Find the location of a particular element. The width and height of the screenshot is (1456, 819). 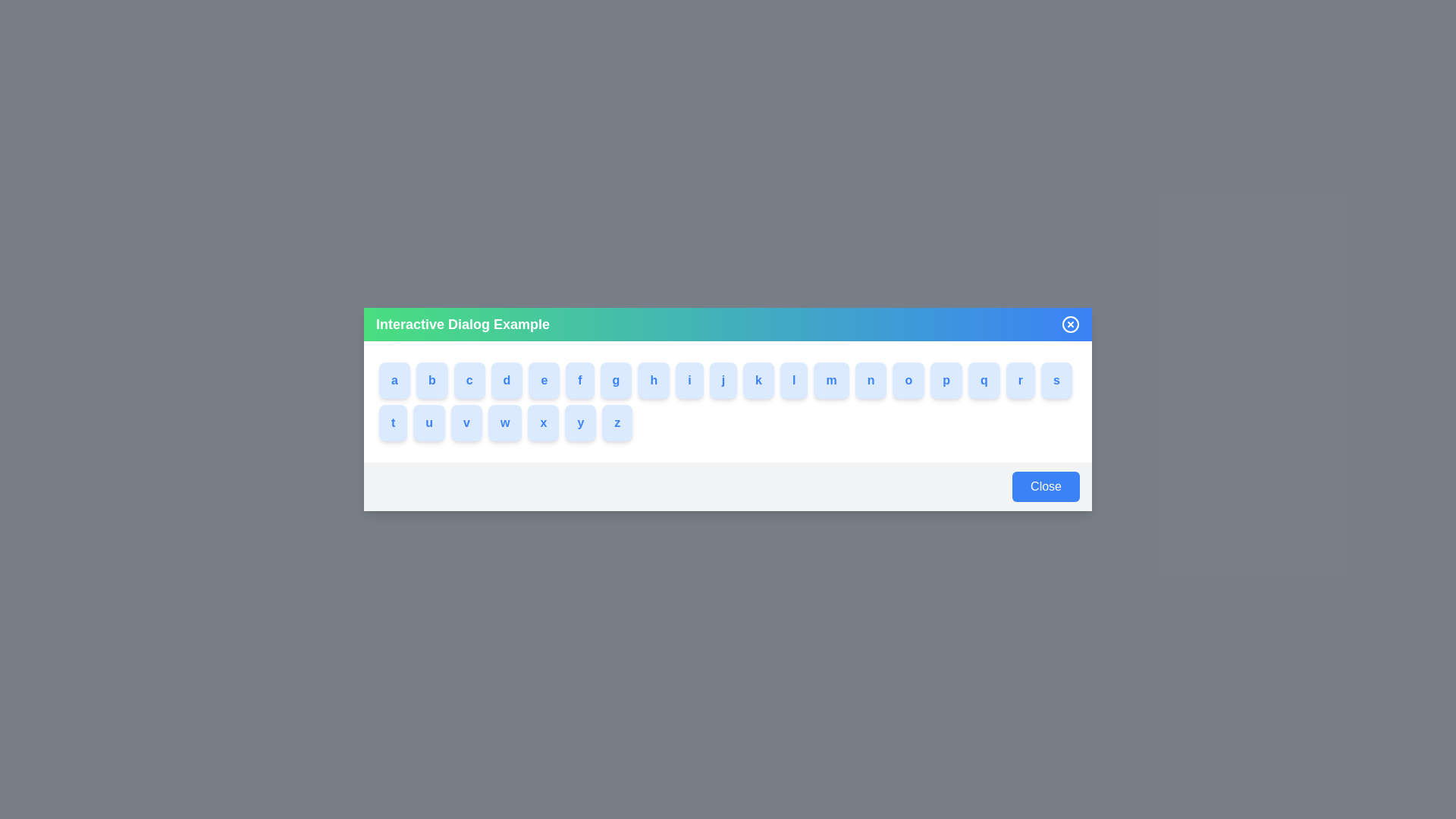

the button labeled with c is located at coordinates (469, 379).